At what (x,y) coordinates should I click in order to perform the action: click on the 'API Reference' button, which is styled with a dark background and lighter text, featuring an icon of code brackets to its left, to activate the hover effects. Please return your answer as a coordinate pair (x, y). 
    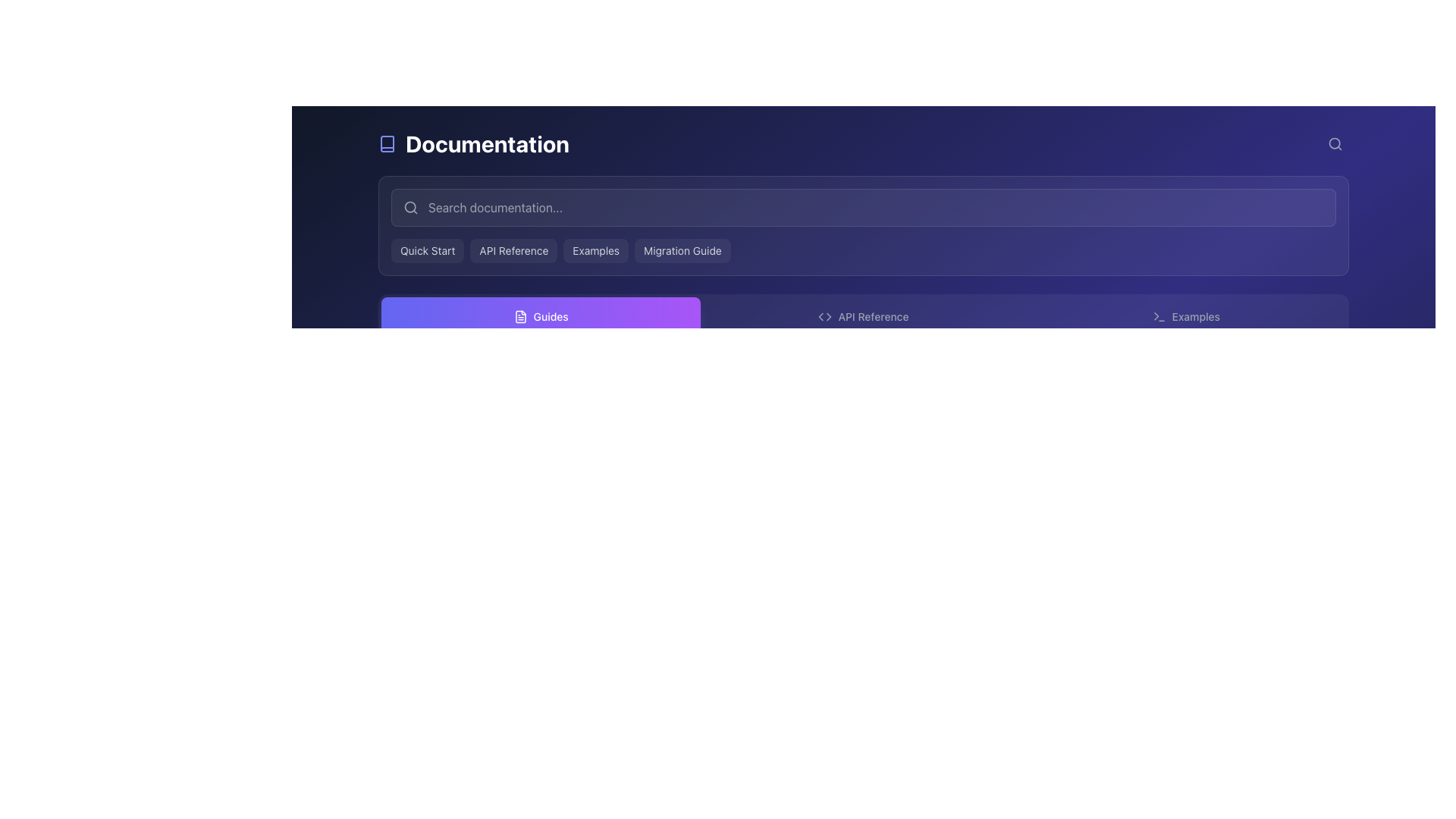
    Looking at the image, I should click on (863, 315).